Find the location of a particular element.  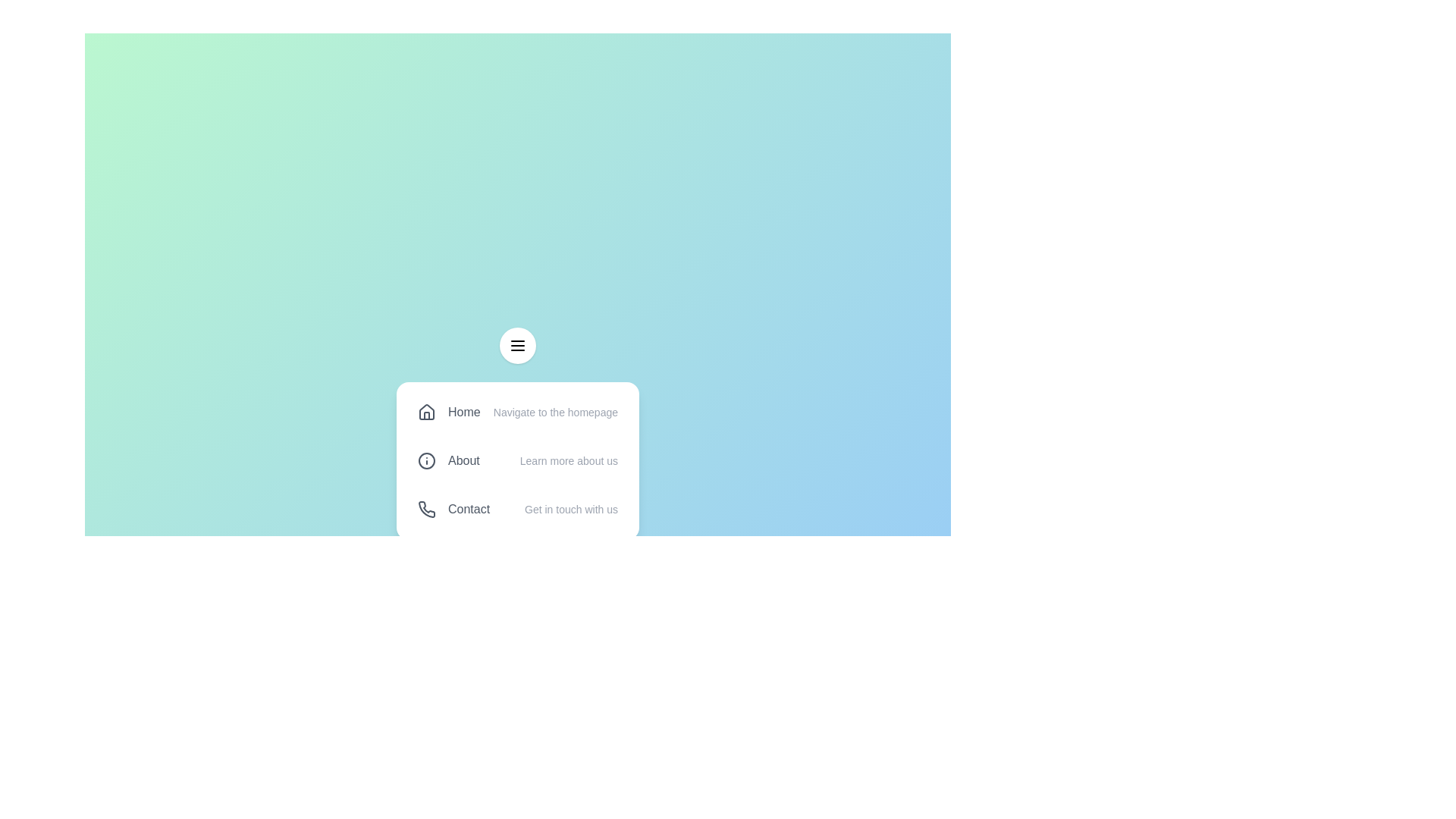

the menu item Contact is located at coordinates (517, 509).